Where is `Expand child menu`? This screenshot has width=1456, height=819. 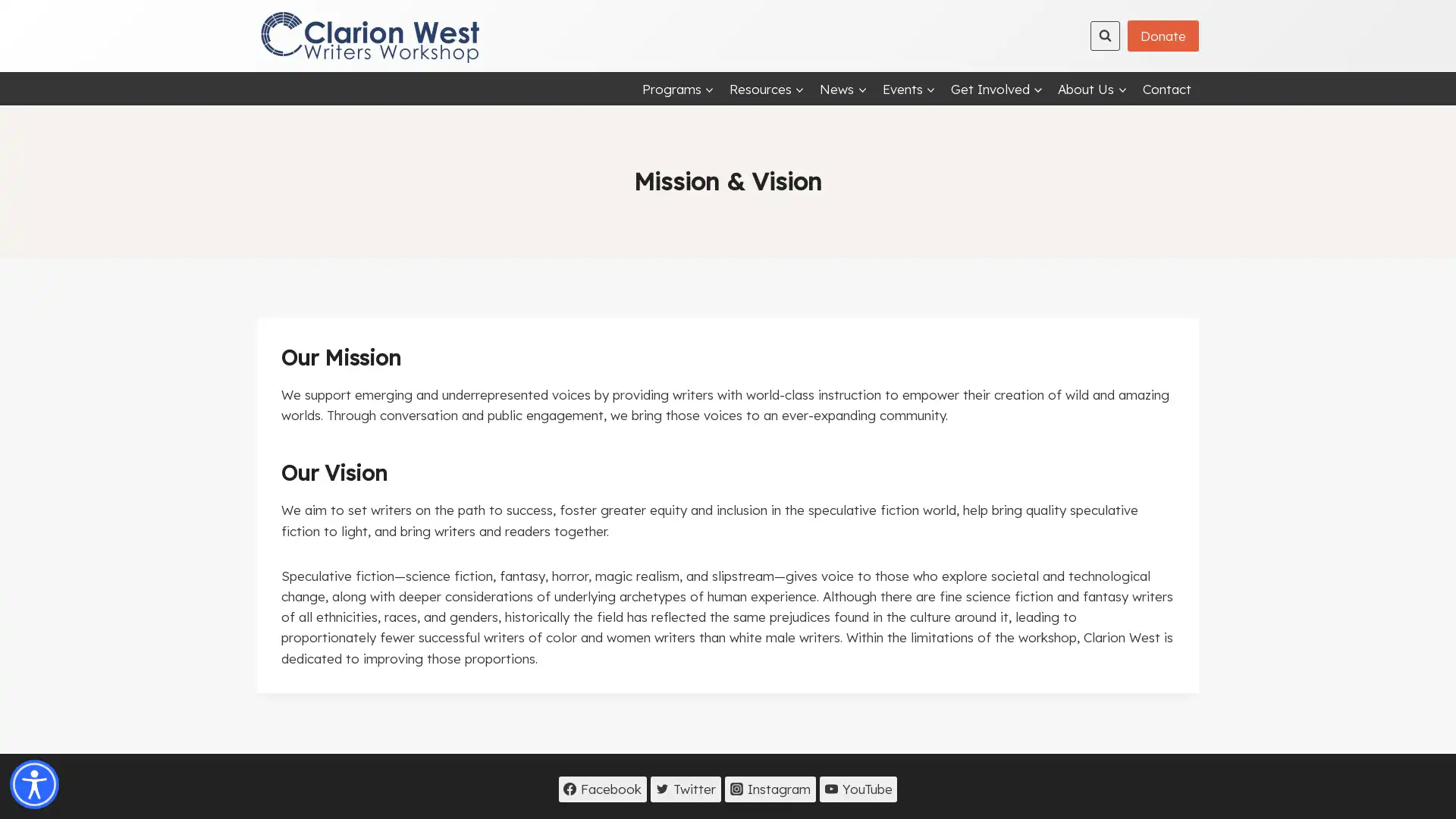
Expand child menu is located at coordinates (767, 88).